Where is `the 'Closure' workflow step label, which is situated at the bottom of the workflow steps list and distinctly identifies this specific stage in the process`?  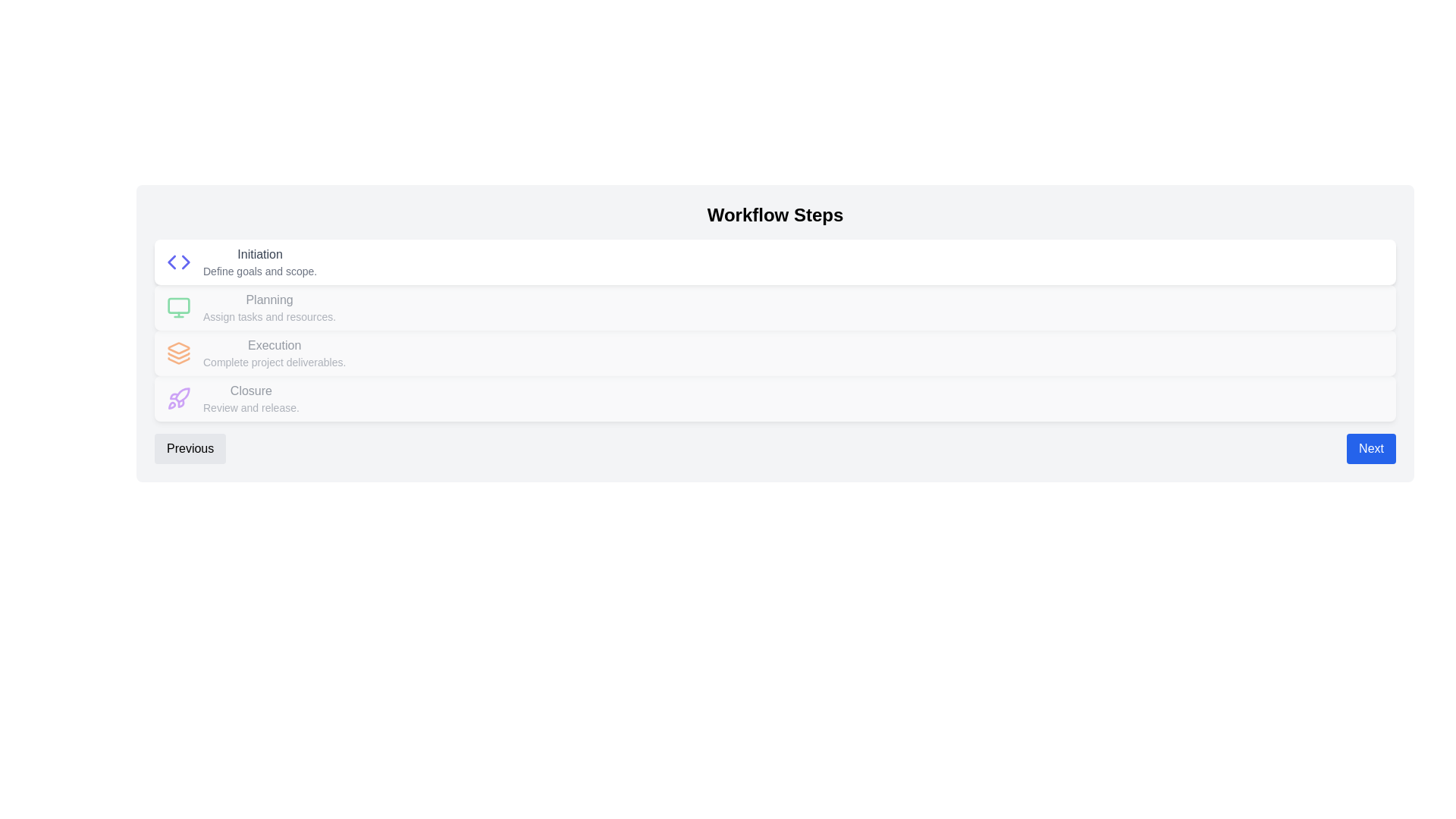
the 'Closure' workflow step label, which is situated at the bottom of the workflow steps list and distinctly identifies this specific stage in the process is located at coordinates (251, 391).